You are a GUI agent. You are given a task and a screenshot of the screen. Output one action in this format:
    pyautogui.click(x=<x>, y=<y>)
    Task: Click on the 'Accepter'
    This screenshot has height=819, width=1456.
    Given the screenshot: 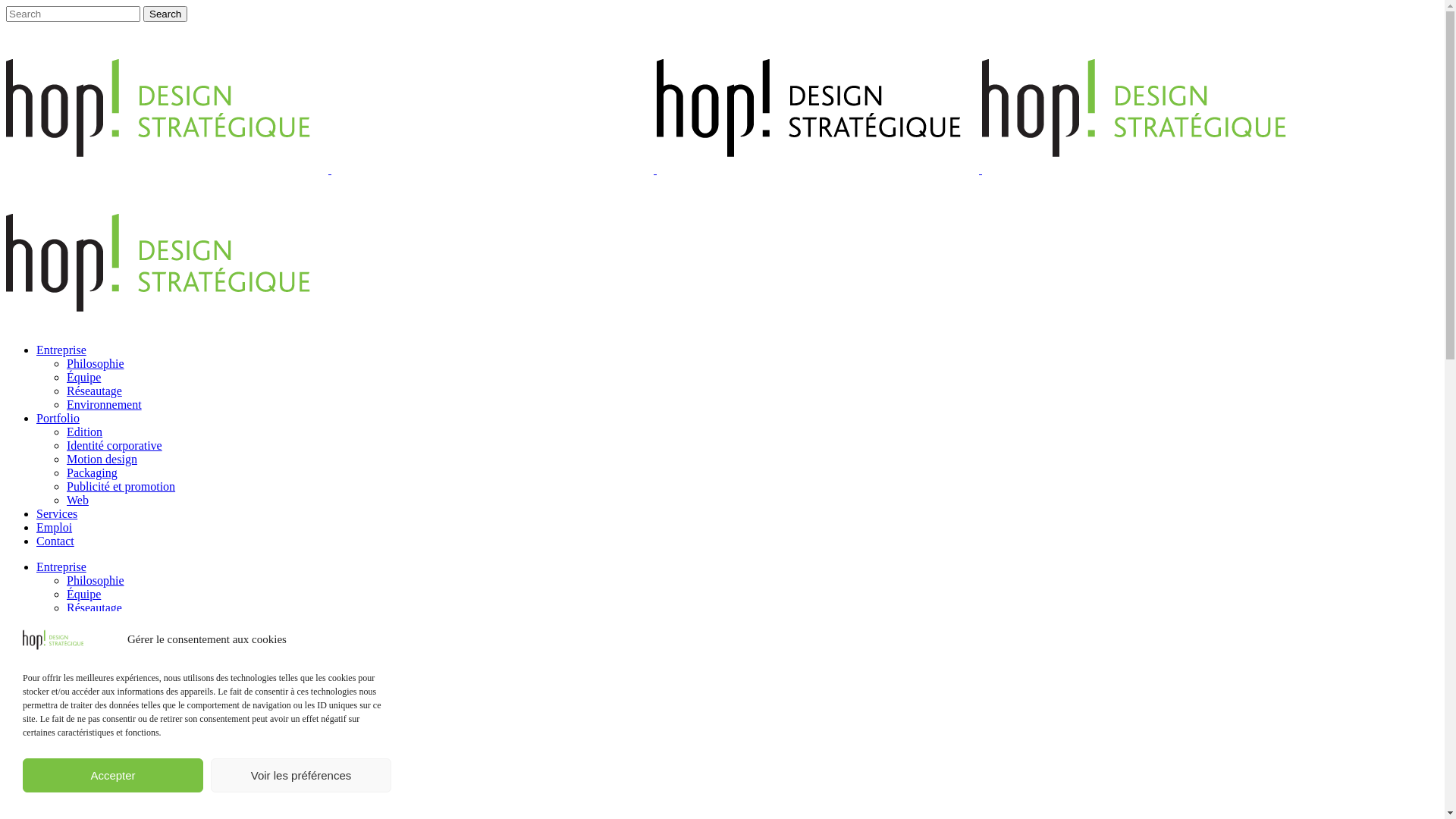 What is the action you would take?
    pyautogui.click(x=111, y=775)
    